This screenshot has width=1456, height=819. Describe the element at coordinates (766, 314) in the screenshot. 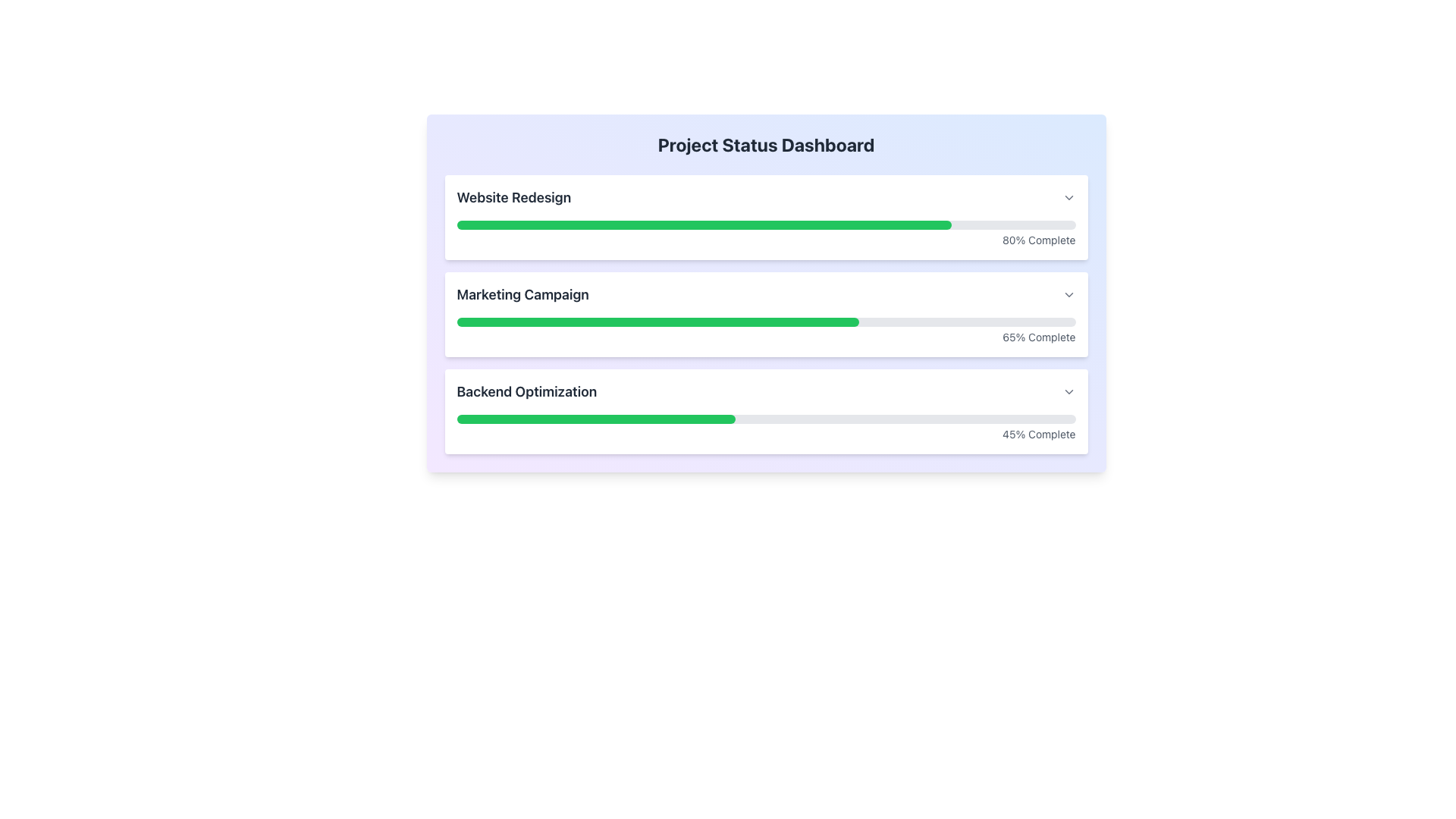

I see `progress details from the grouped component that visually represents the progress of three projects with labeled progress bars and percentage indicators` at that location.